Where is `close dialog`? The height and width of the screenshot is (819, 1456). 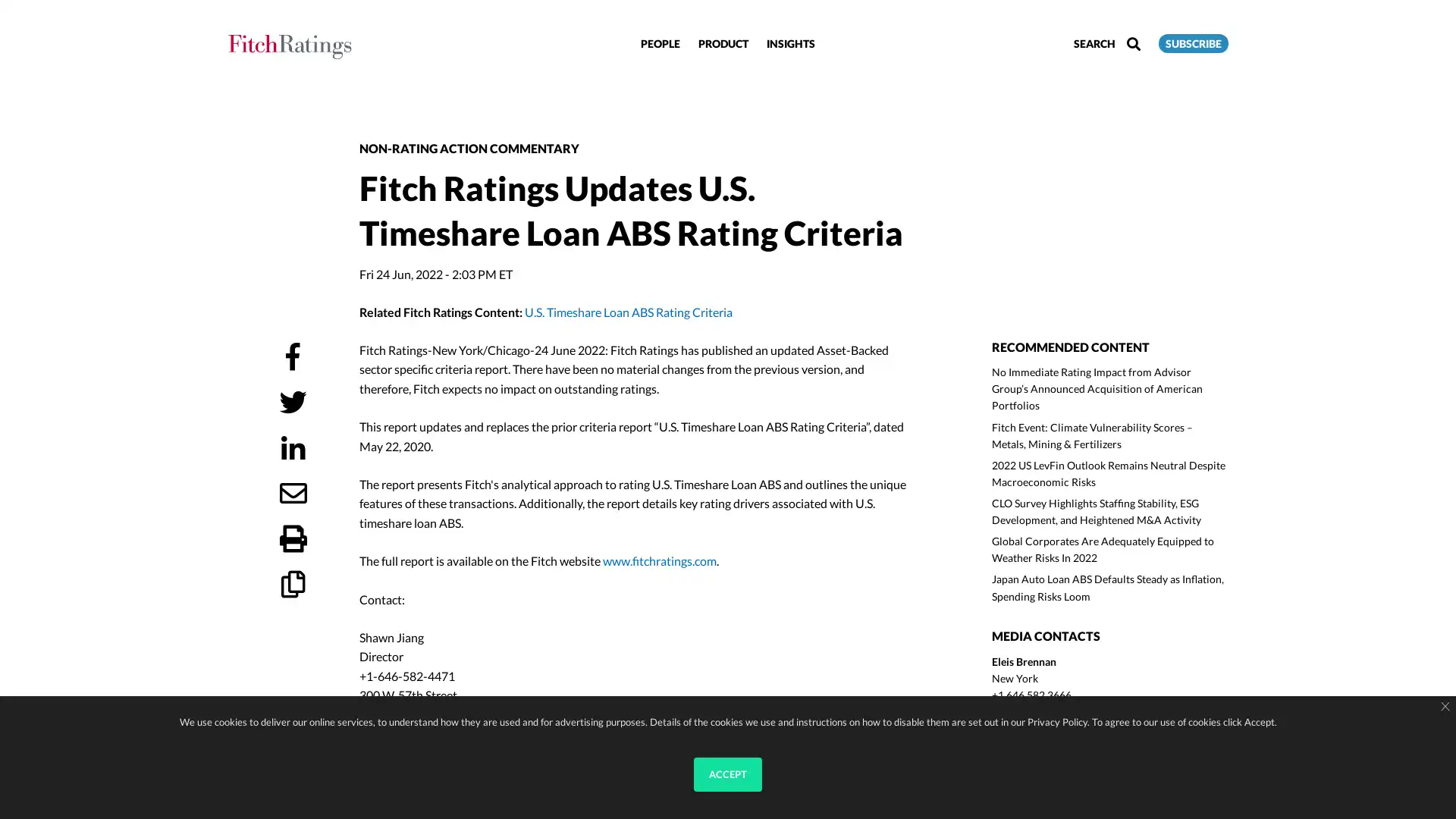 close dialog is located at coordinates (1444, 707).